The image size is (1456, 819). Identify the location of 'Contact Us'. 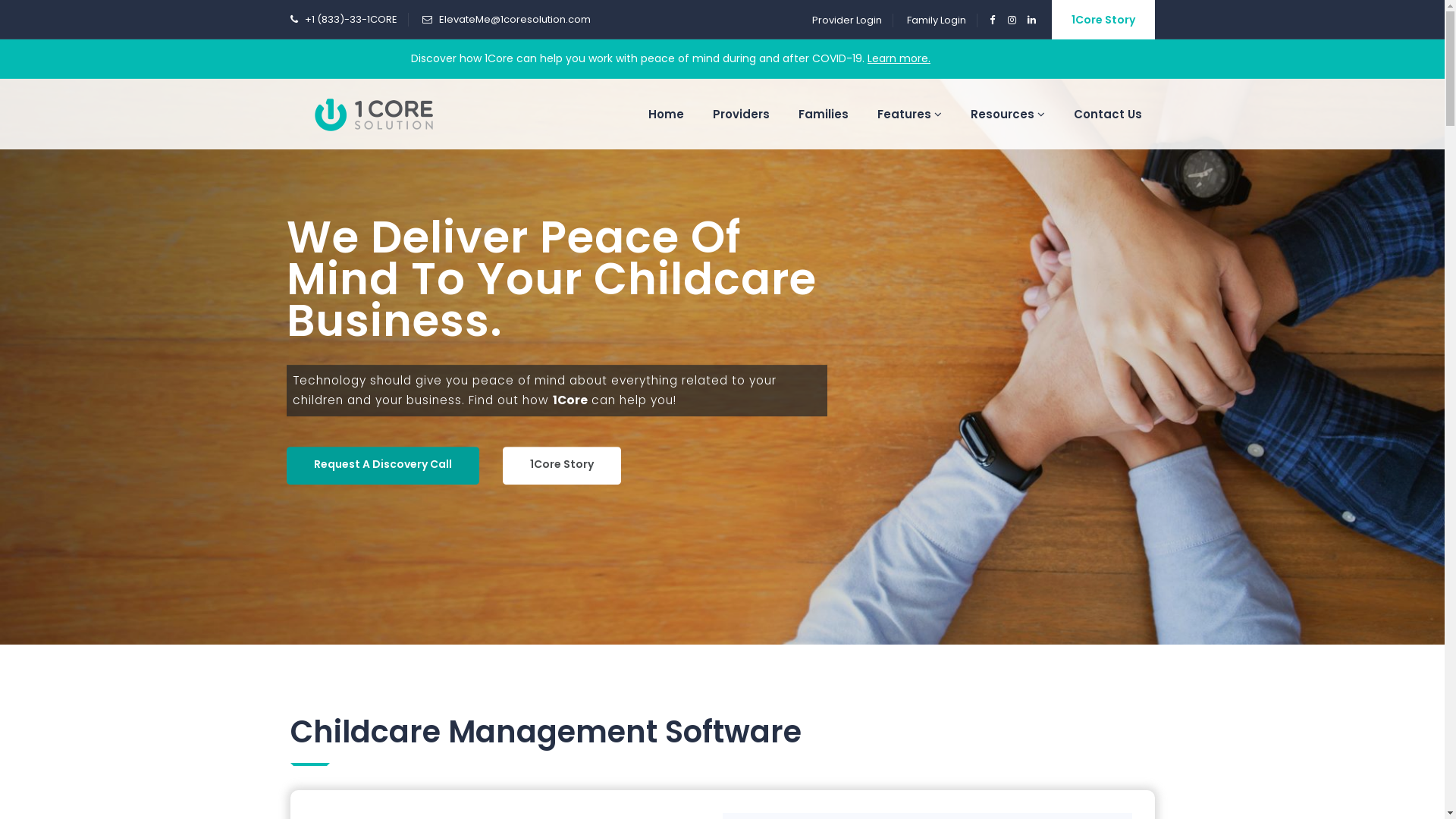
(1059, 113).